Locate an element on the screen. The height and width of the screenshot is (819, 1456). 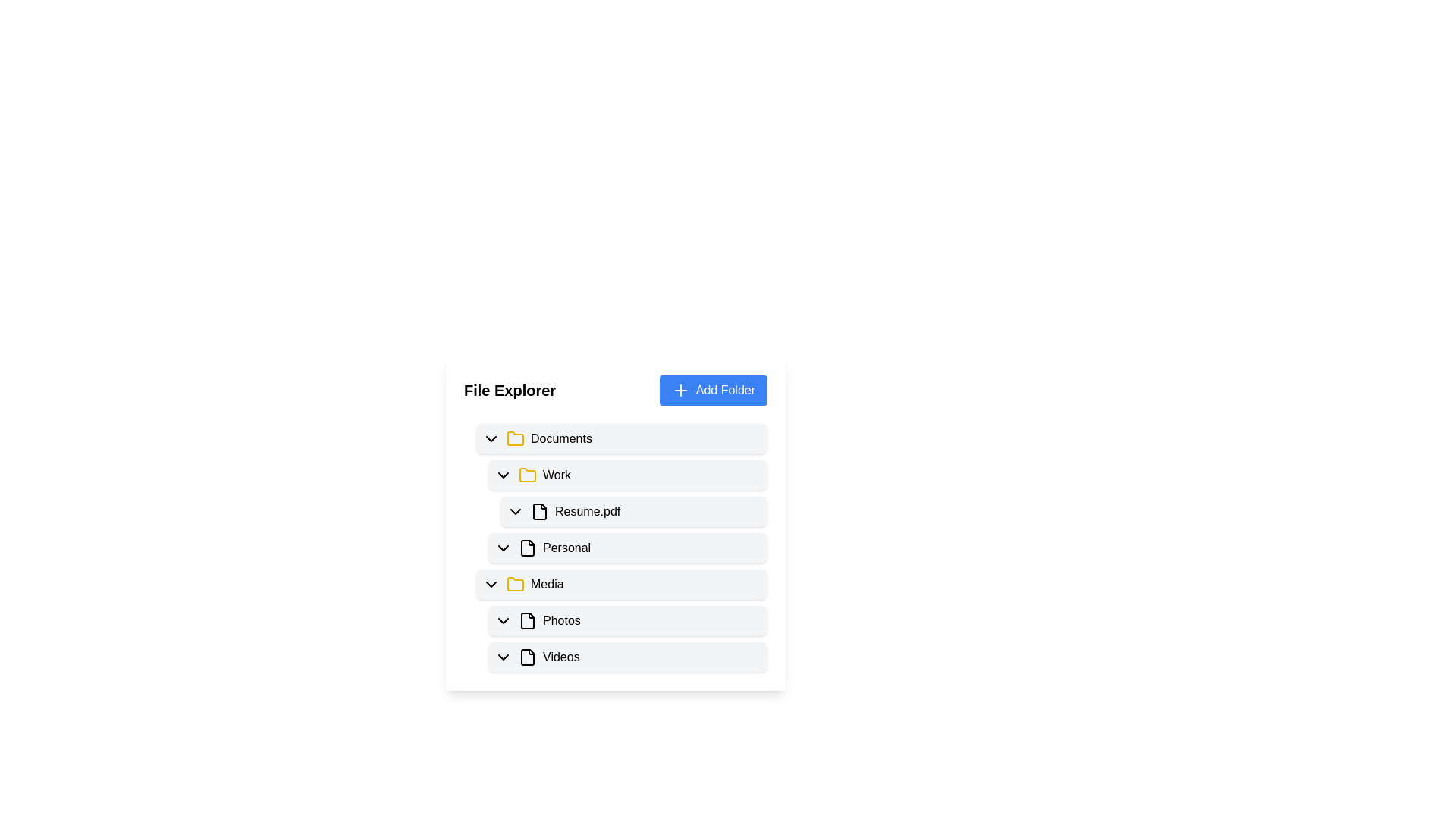
the navigational button located beneath 'Personal' is located at coordinates (622, 584).